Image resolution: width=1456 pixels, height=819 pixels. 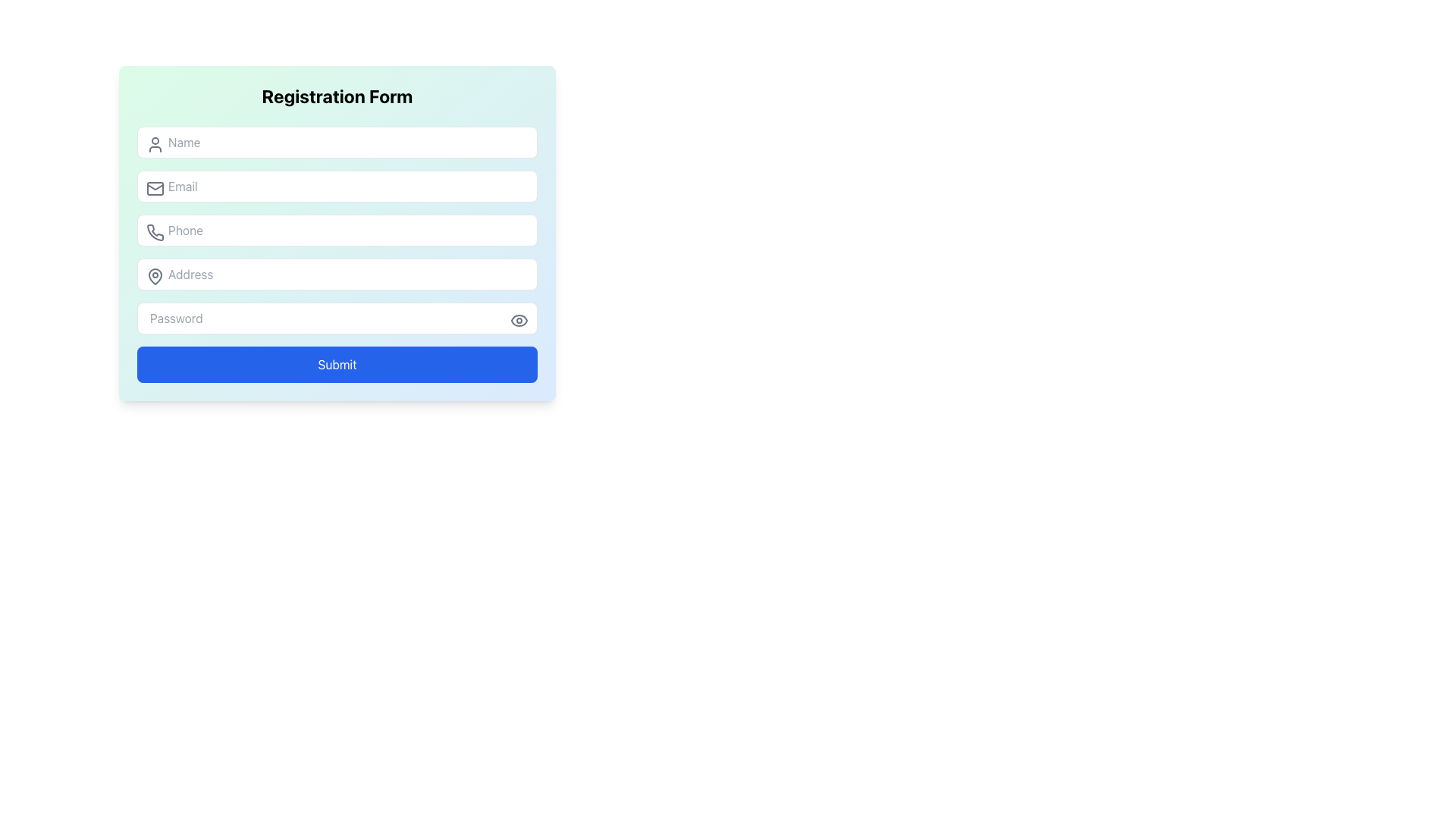 What do you see at coordinates (155, 145) in the screenshot?
I see `the user-related icon located in the top-left corner of the 'Name' input field within the registration form to improve usability and accessibility` at bounding box center [155, 145].